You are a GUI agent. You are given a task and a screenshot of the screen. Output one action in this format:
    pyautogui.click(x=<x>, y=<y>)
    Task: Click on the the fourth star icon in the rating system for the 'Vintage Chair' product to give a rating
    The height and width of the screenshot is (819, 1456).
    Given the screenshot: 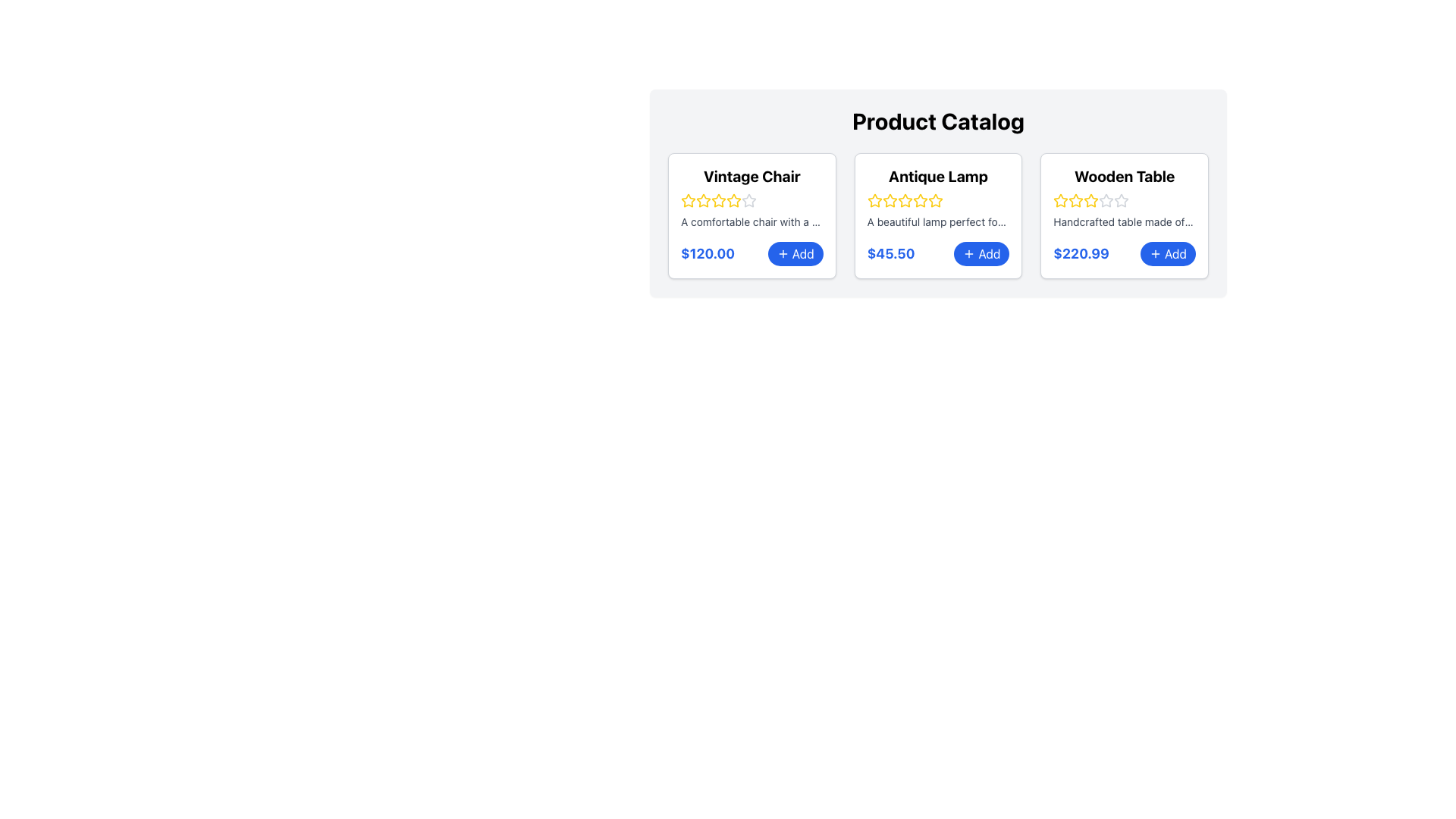 What is the action you would take?
    pyautogui.click(x=734, y=200)
    